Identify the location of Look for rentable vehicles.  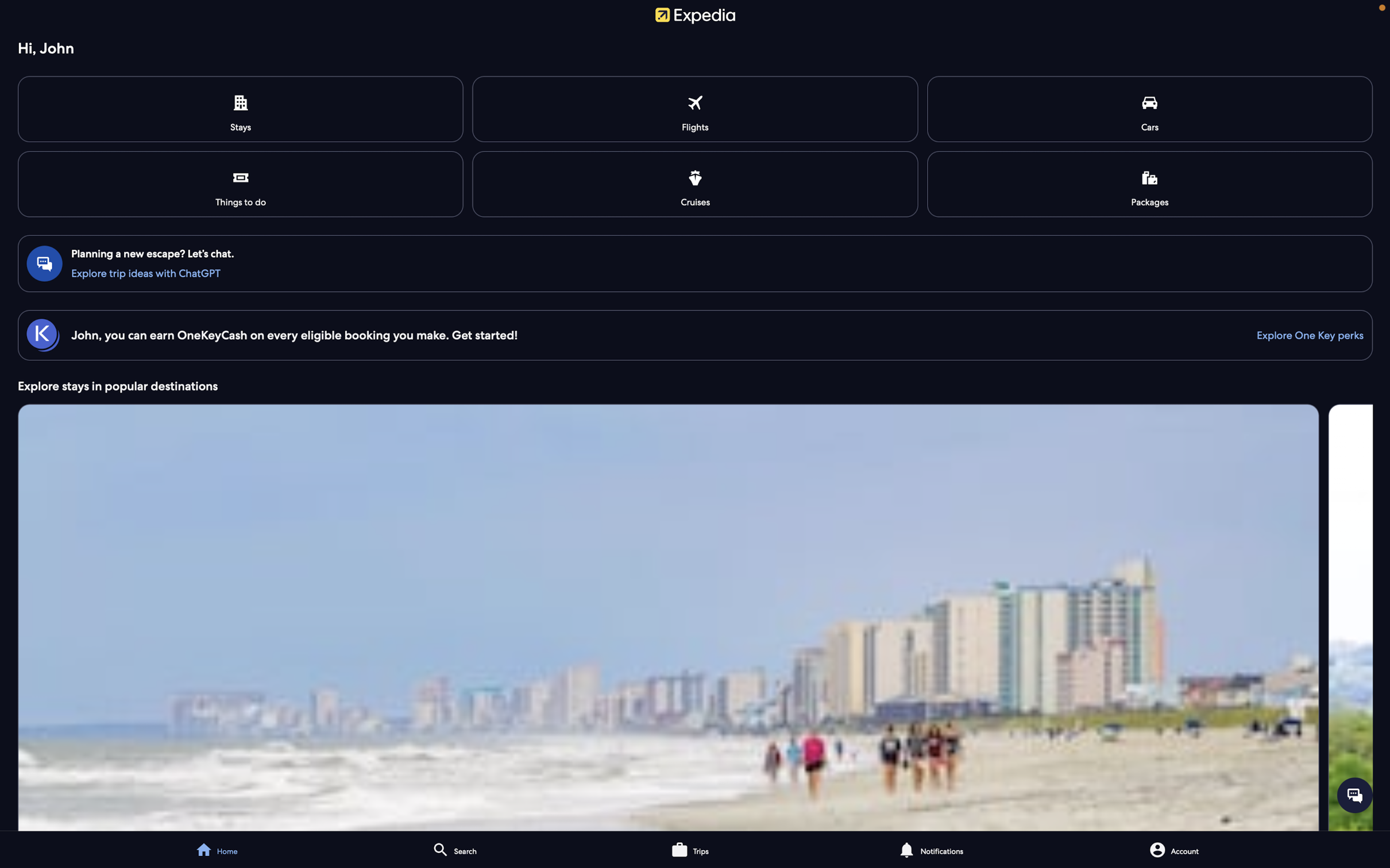
(1150, 109).